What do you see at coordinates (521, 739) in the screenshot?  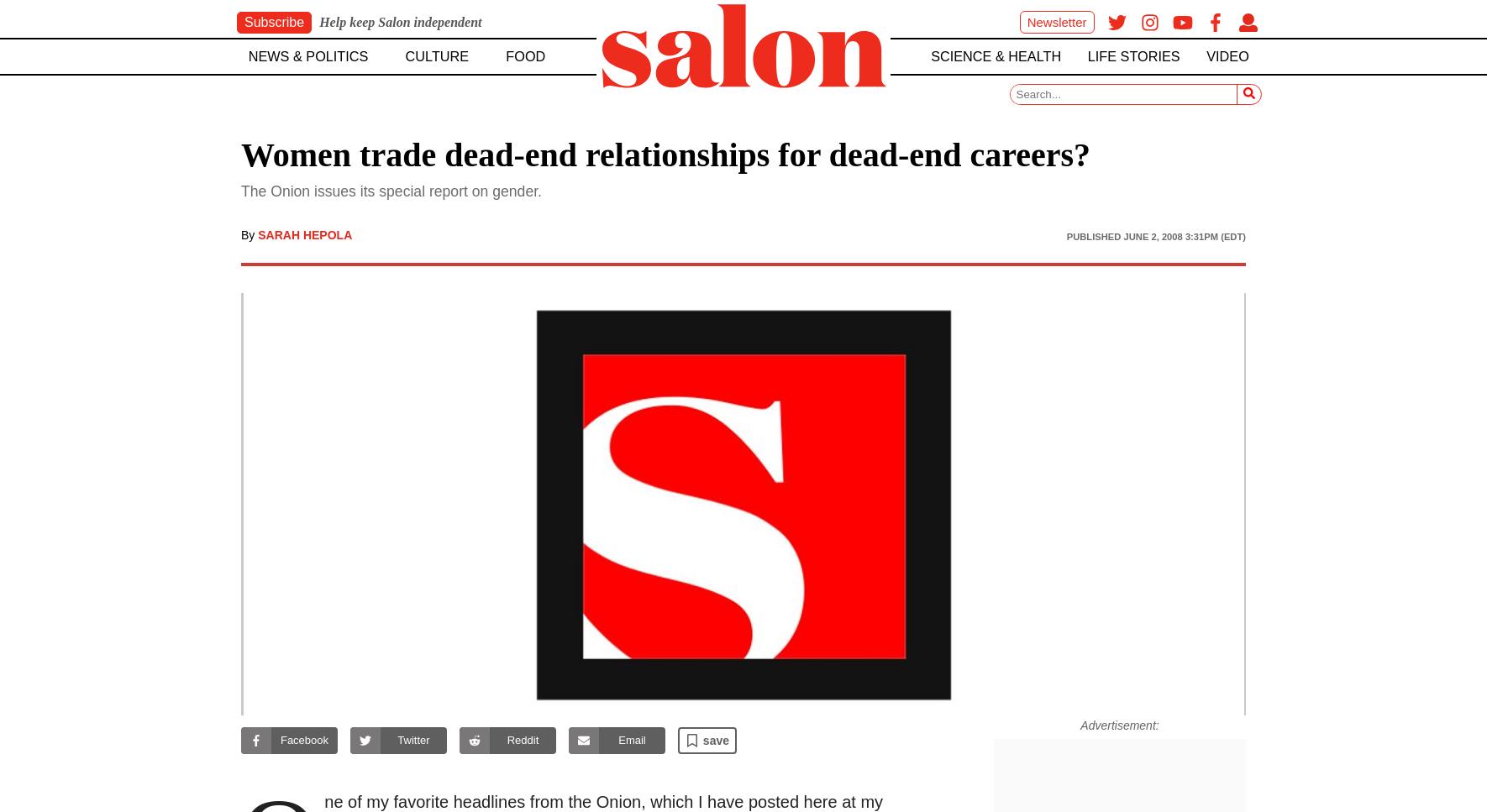 I see `'Reddit'` at bounding box center [521, 739].